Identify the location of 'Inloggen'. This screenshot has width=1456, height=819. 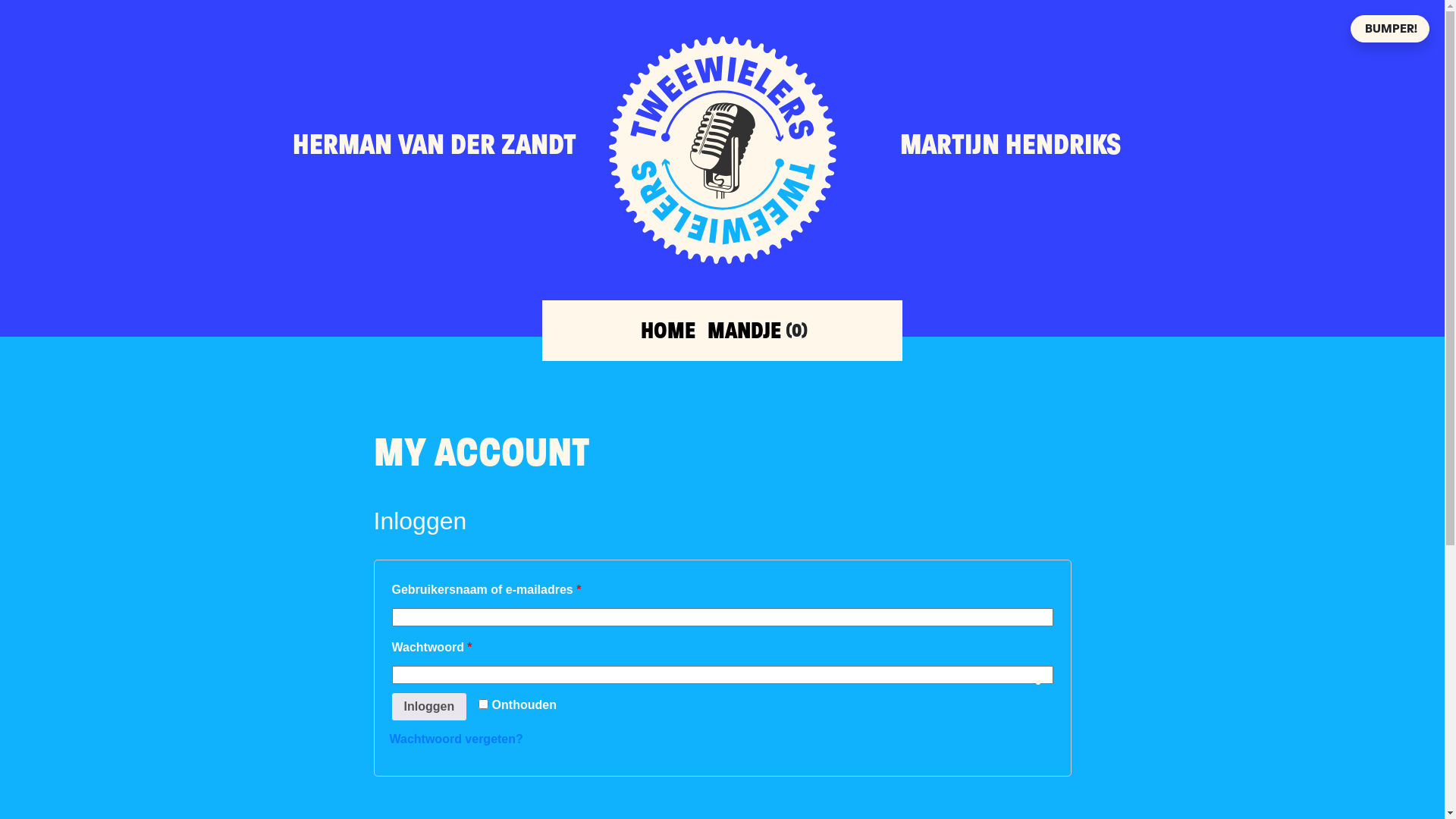
(428, 707).